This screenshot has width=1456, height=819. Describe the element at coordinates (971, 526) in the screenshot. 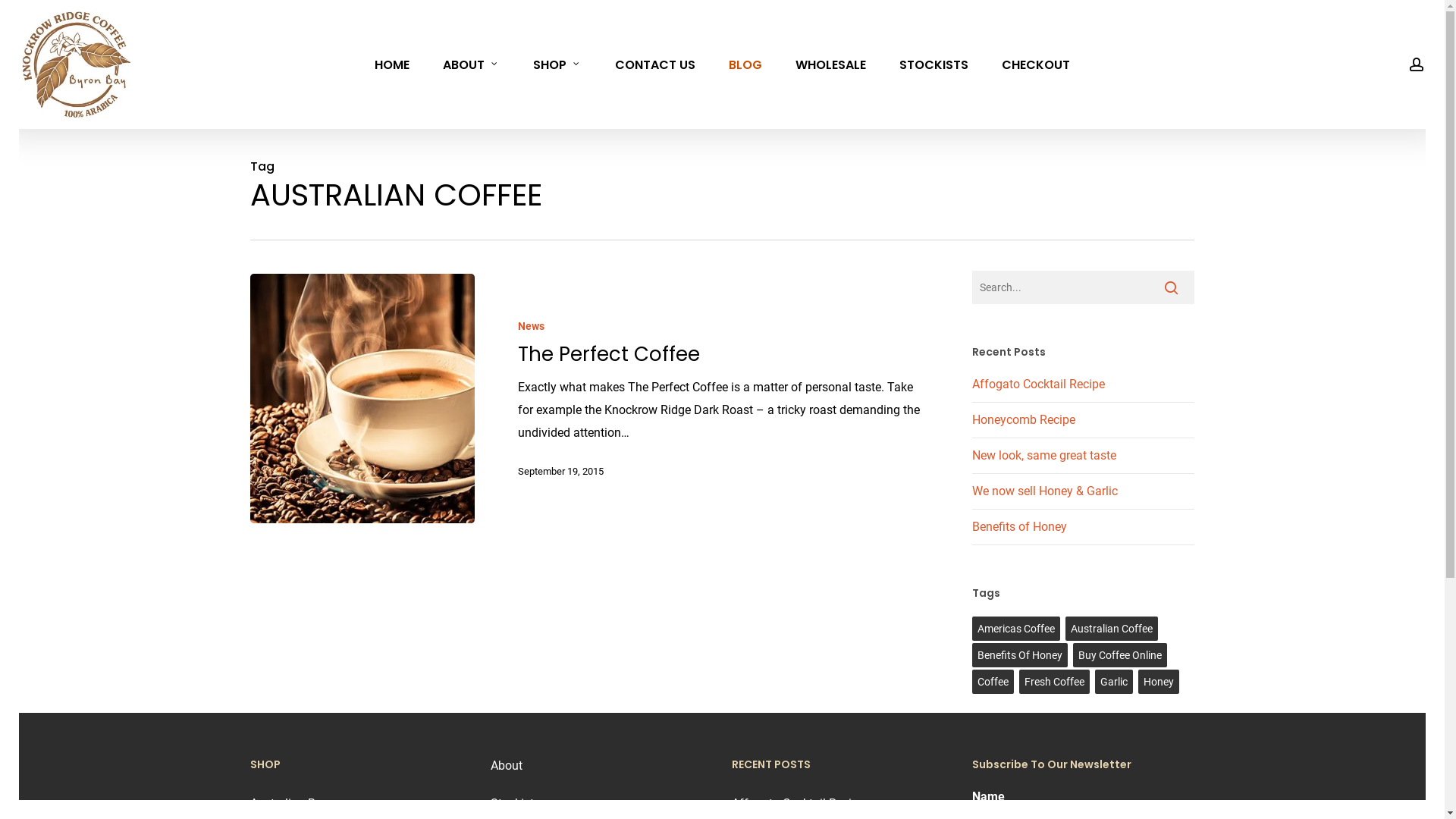

I see `'Benefits of Honey'` at that location.